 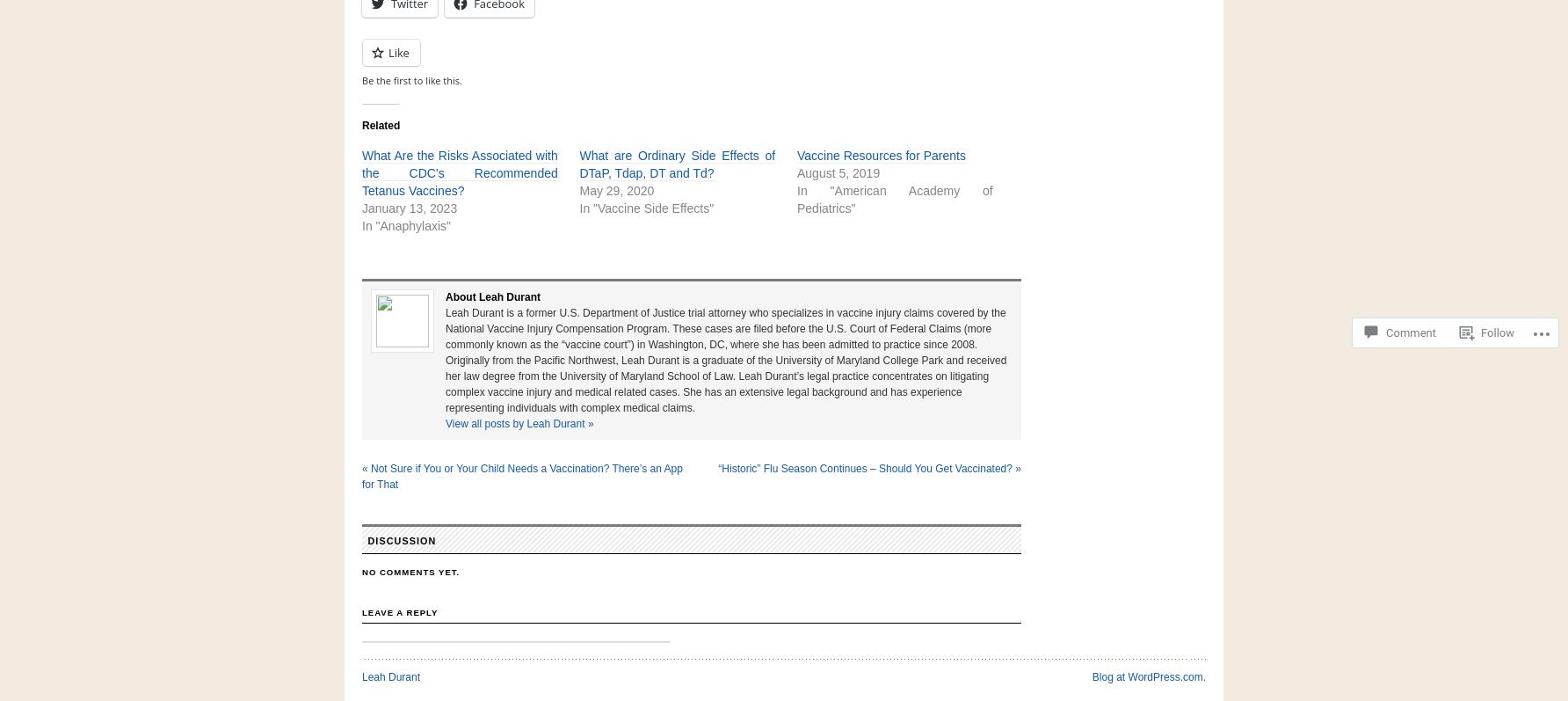 I want to click on 'Blog at WordPress.com.', so click(x=1091, y=676).